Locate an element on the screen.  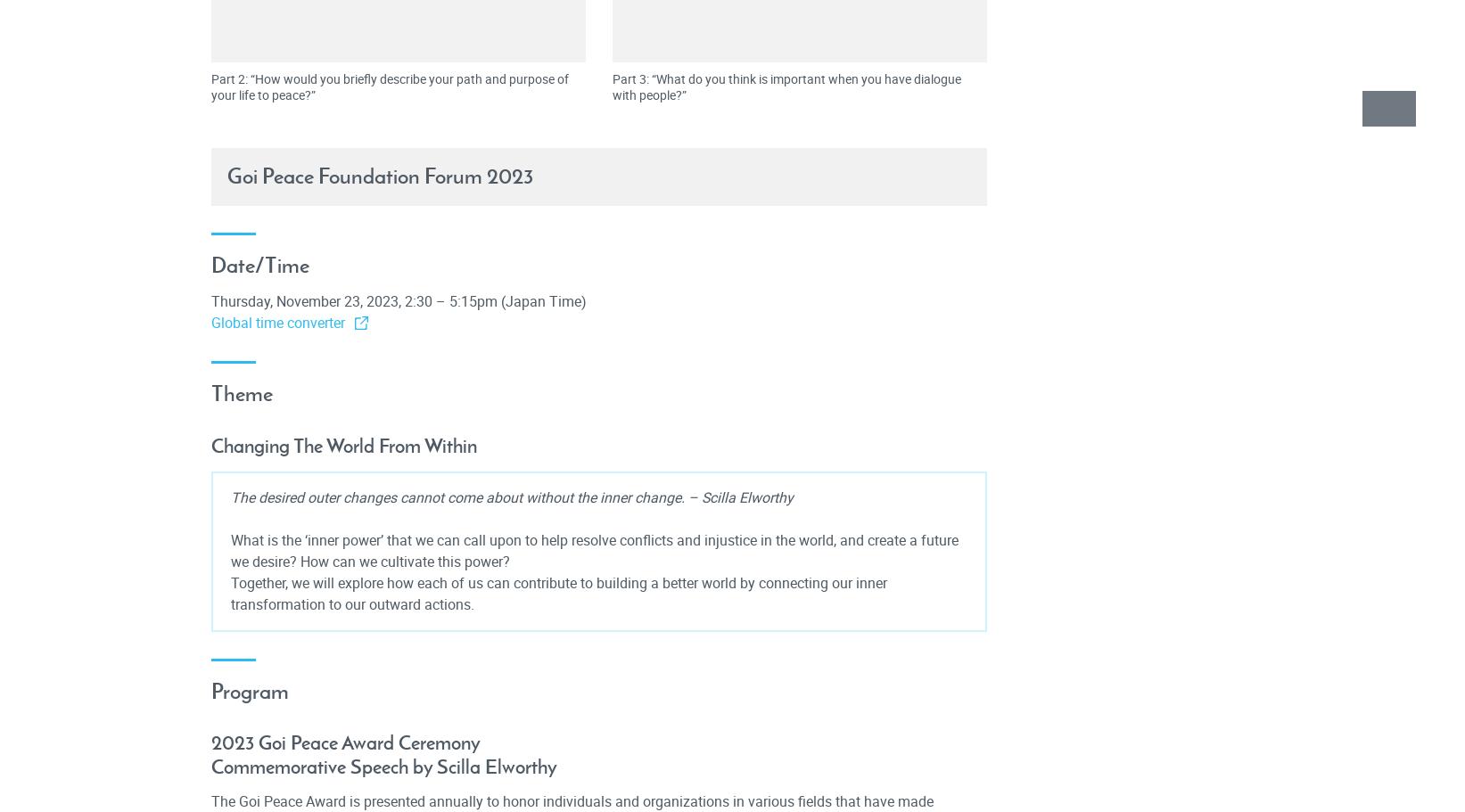
'2023 Goi Peace Award Ceremony' is located at coordinates (344, 742).